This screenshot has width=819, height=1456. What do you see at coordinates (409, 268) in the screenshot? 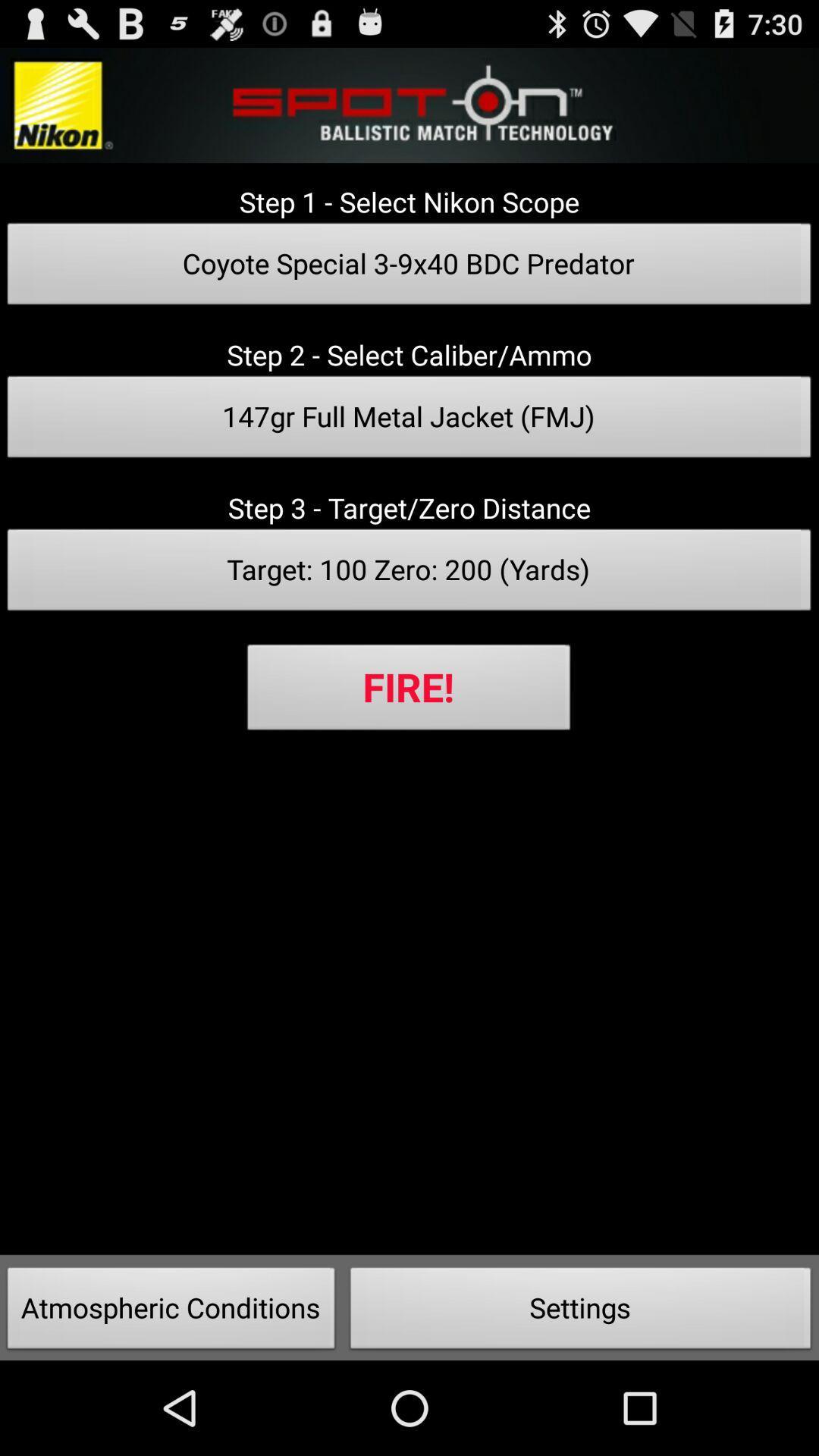
I see `the item above the step 2 select` at bounding box center [409, 268].